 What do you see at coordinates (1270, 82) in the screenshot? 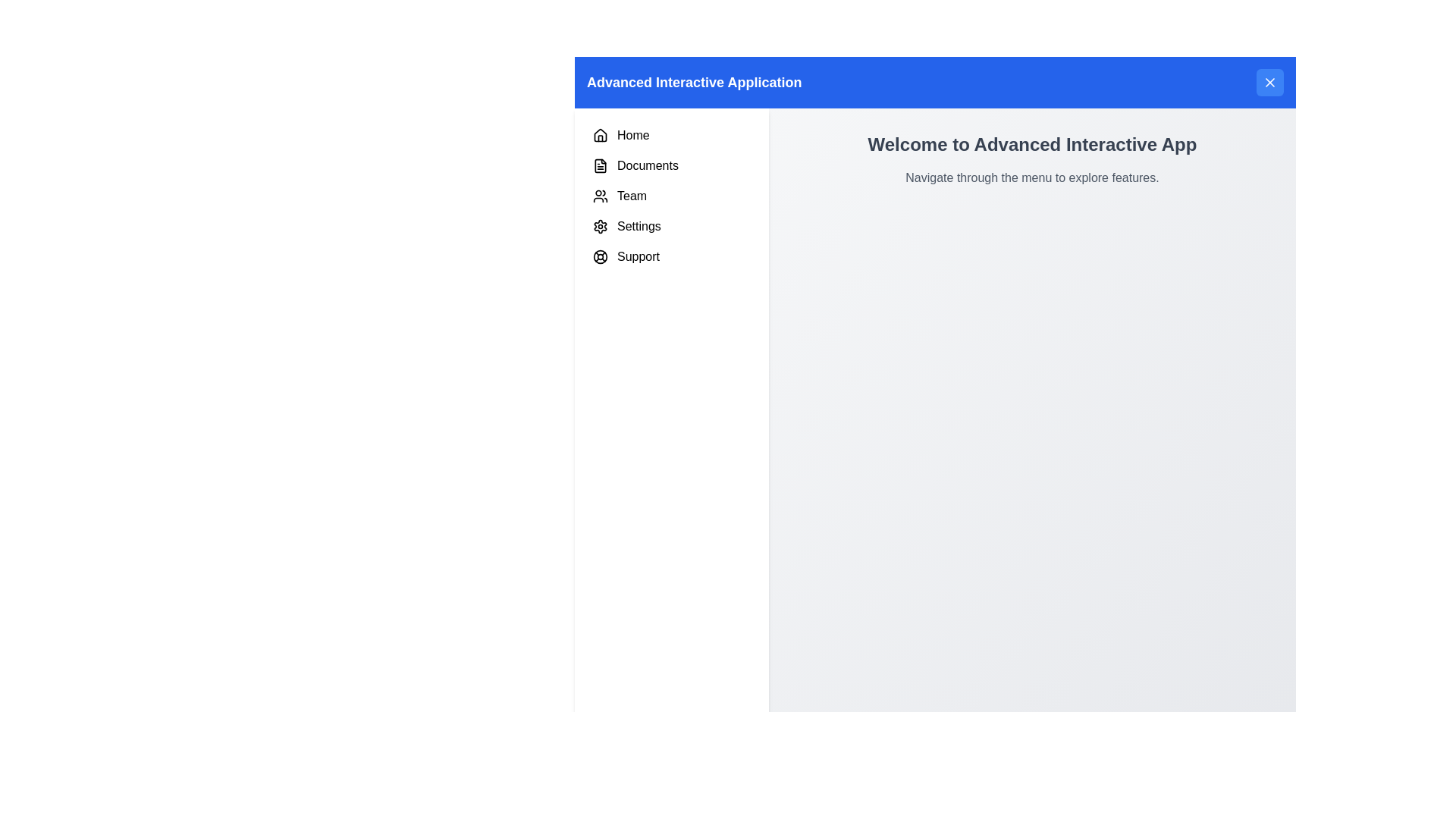
I see `the close button (icon button) located in the top-right corner of the blue header bar labeled 'Advanced Interactive Application'` at bounding box center [1270, 82].